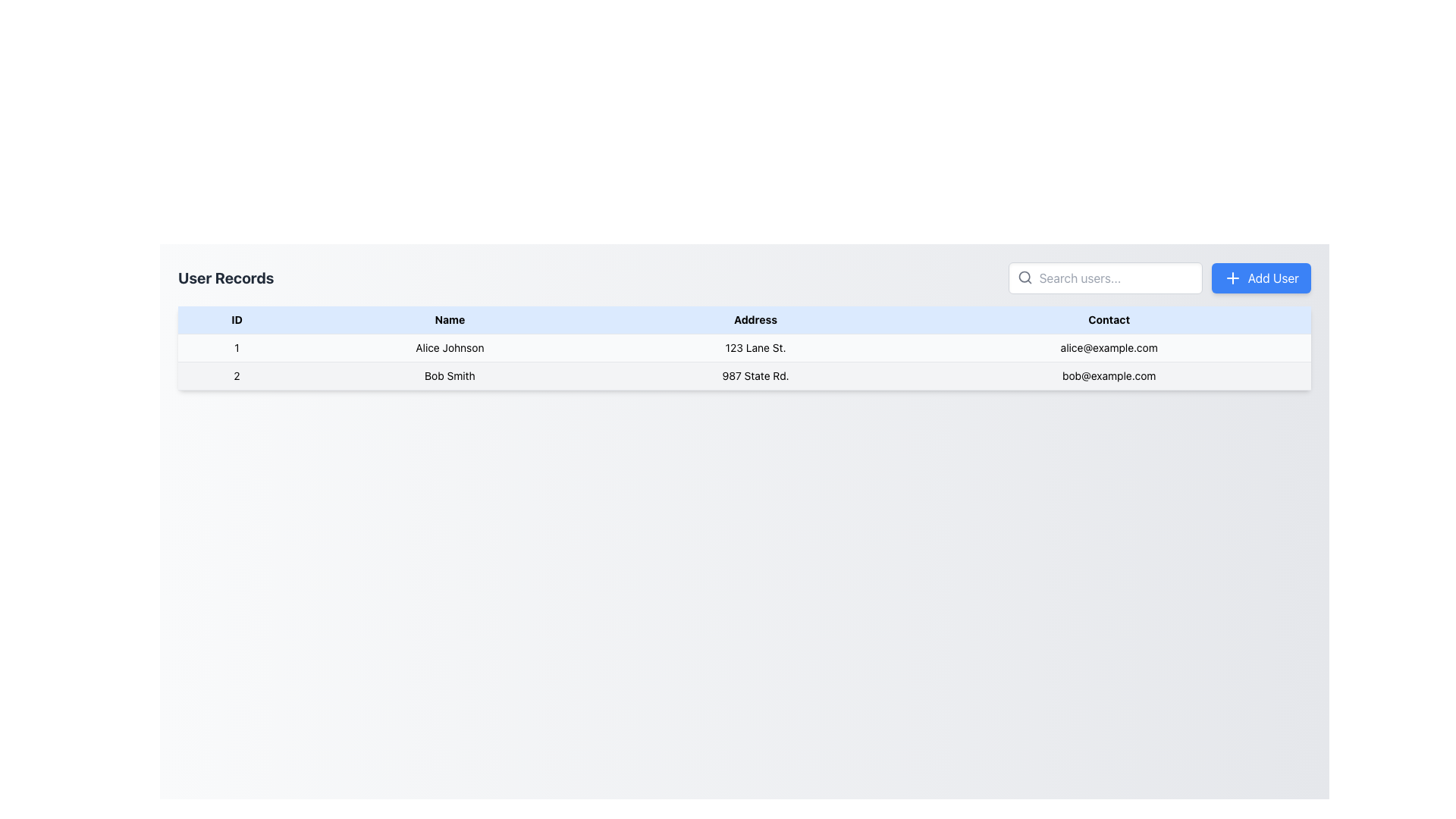  I want to click on the first table cell displaying the ID number '1', so click(236, 348).